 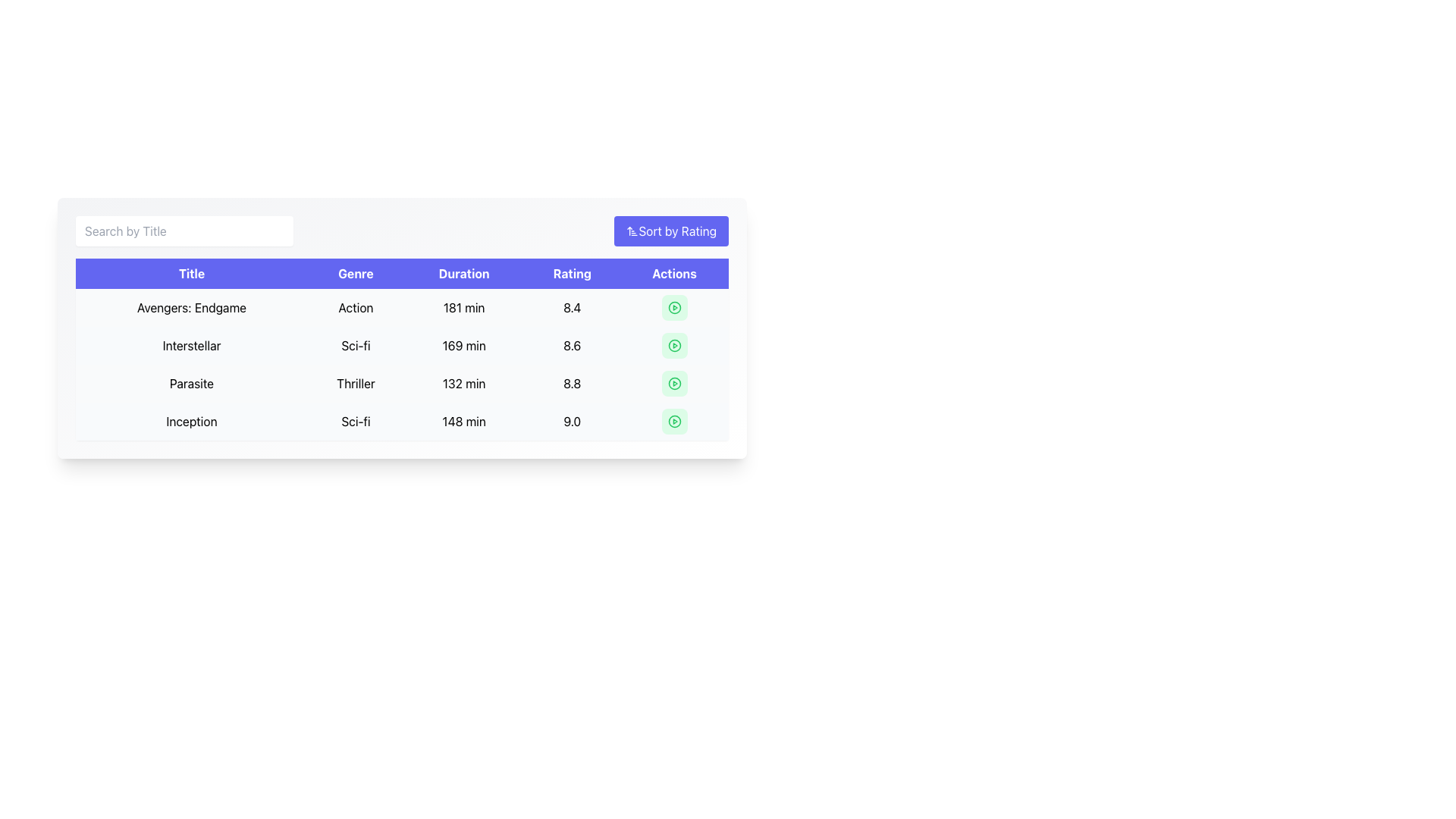 What do you see at coordinates (673, 345) in the screenshot?
I see `the button in the Actions column corresponding to the 'Interstellar' entry in the second row` at bounding box center [673, 345].